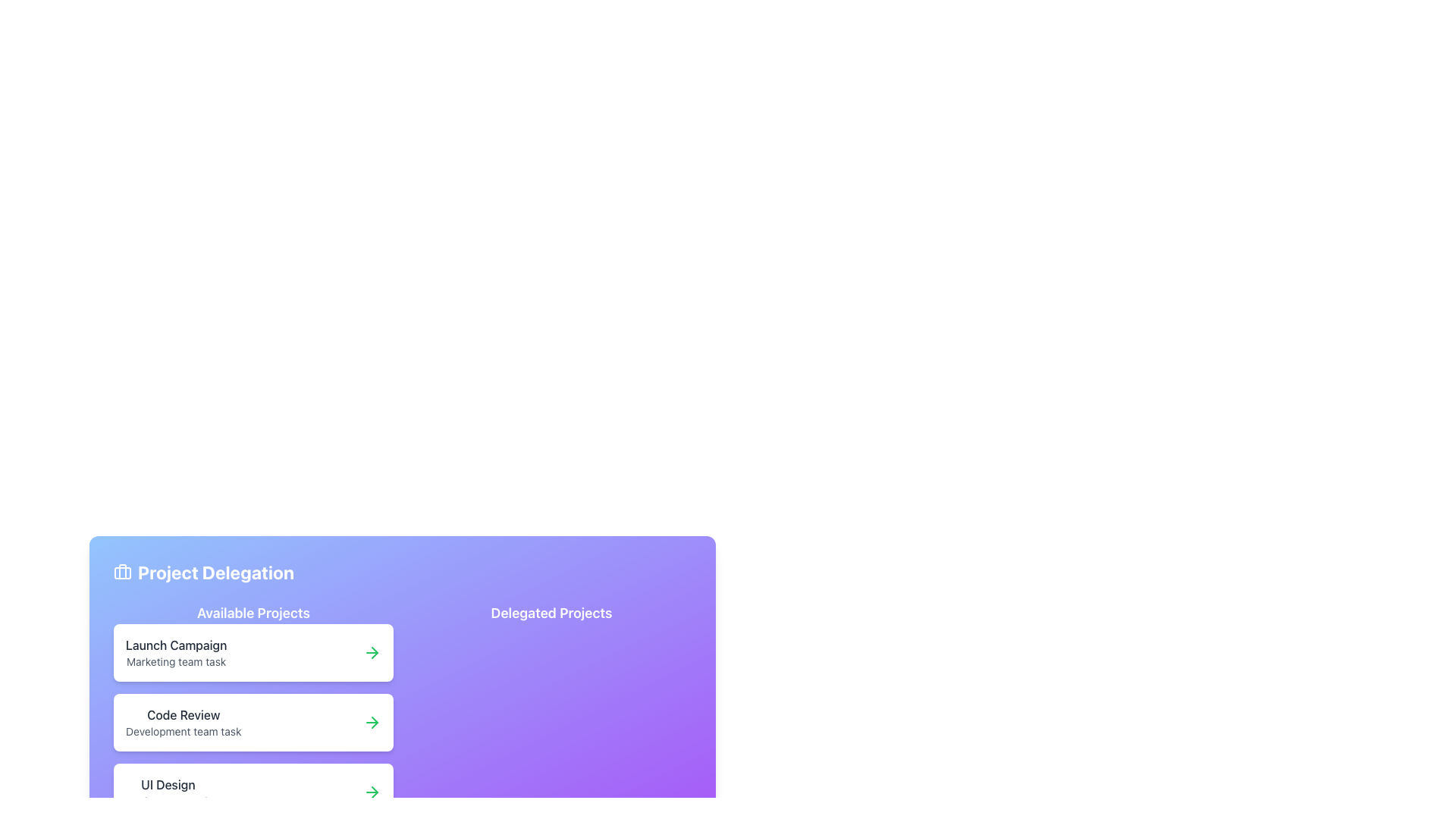 Image resolution: width=1456 pixels, height=819 pixels. I want to click on the text label displaying 'Code Review', which is styled in bold, dark-gray font and positioned above another text in the 'Available Projects' section, so click(183, 714).